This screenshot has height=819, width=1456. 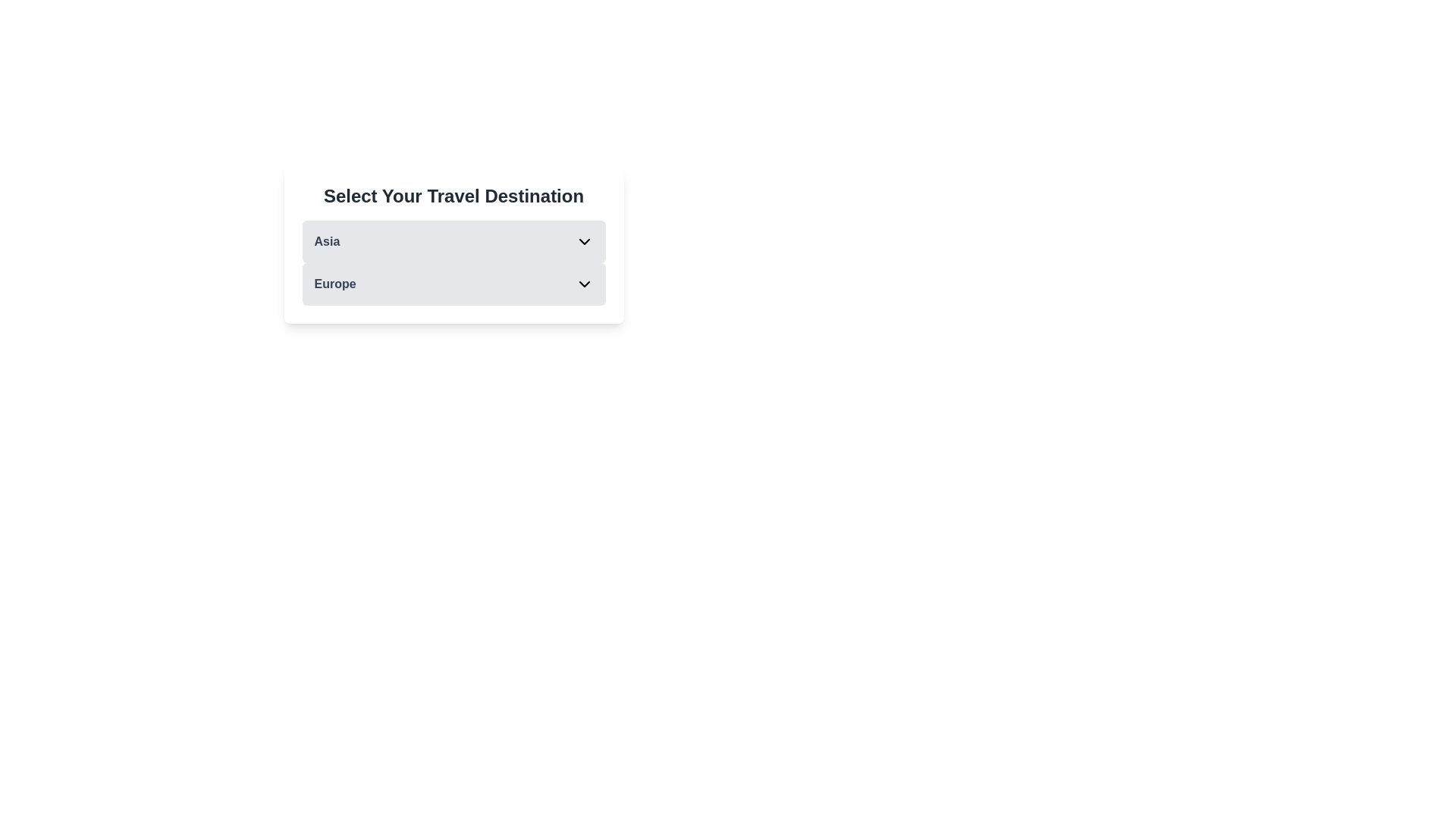 I want to click on the downward arrow next to the 'Europe' option in the dropdown selector for selecting a travel destination, so click(x=453, y=262).